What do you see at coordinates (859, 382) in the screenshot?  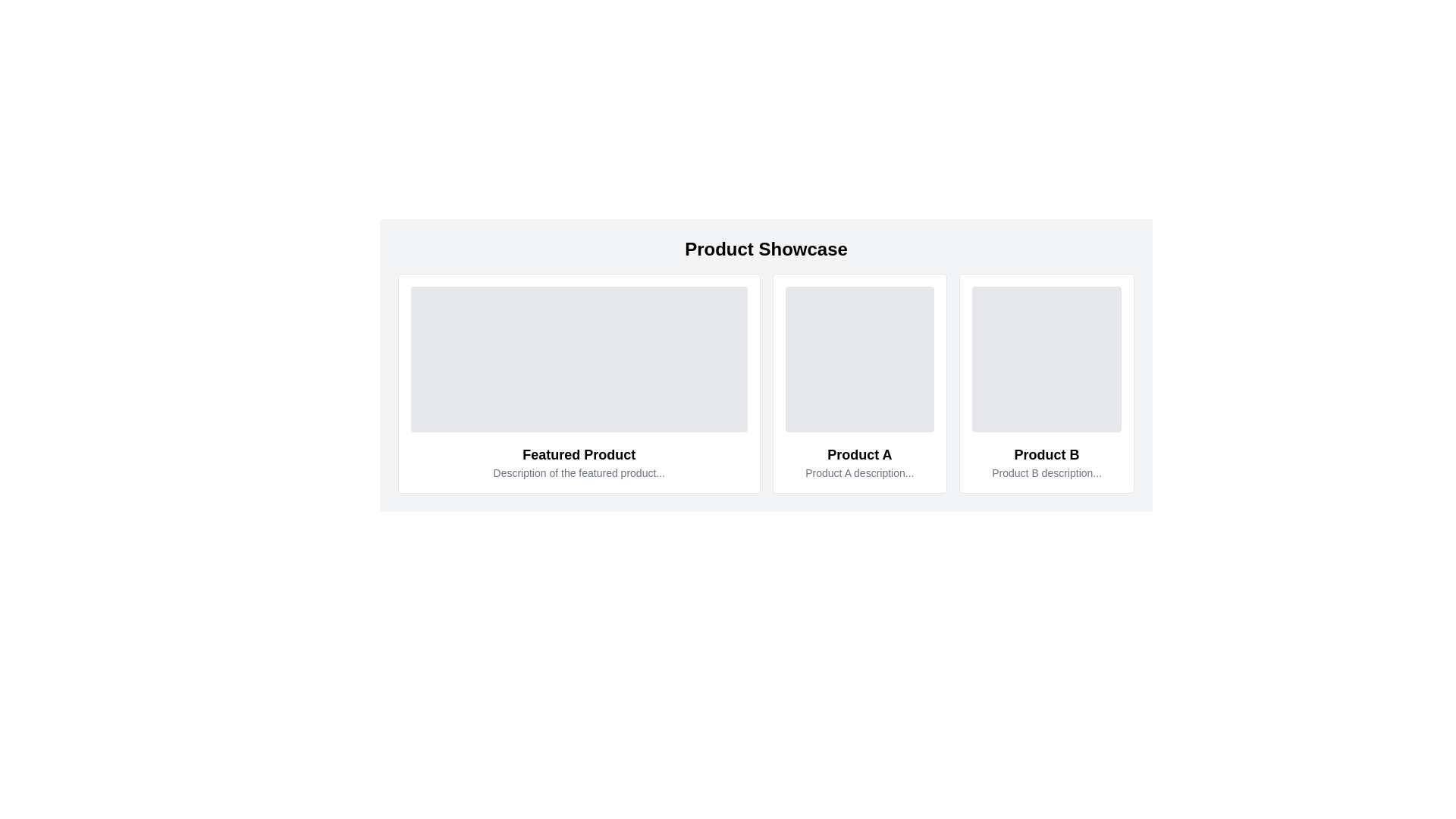 I see `the rectangular card featuring 'Product A' with a light background and rounded corners, located in the second column of the grid layout` at bounding box center [859, 382].